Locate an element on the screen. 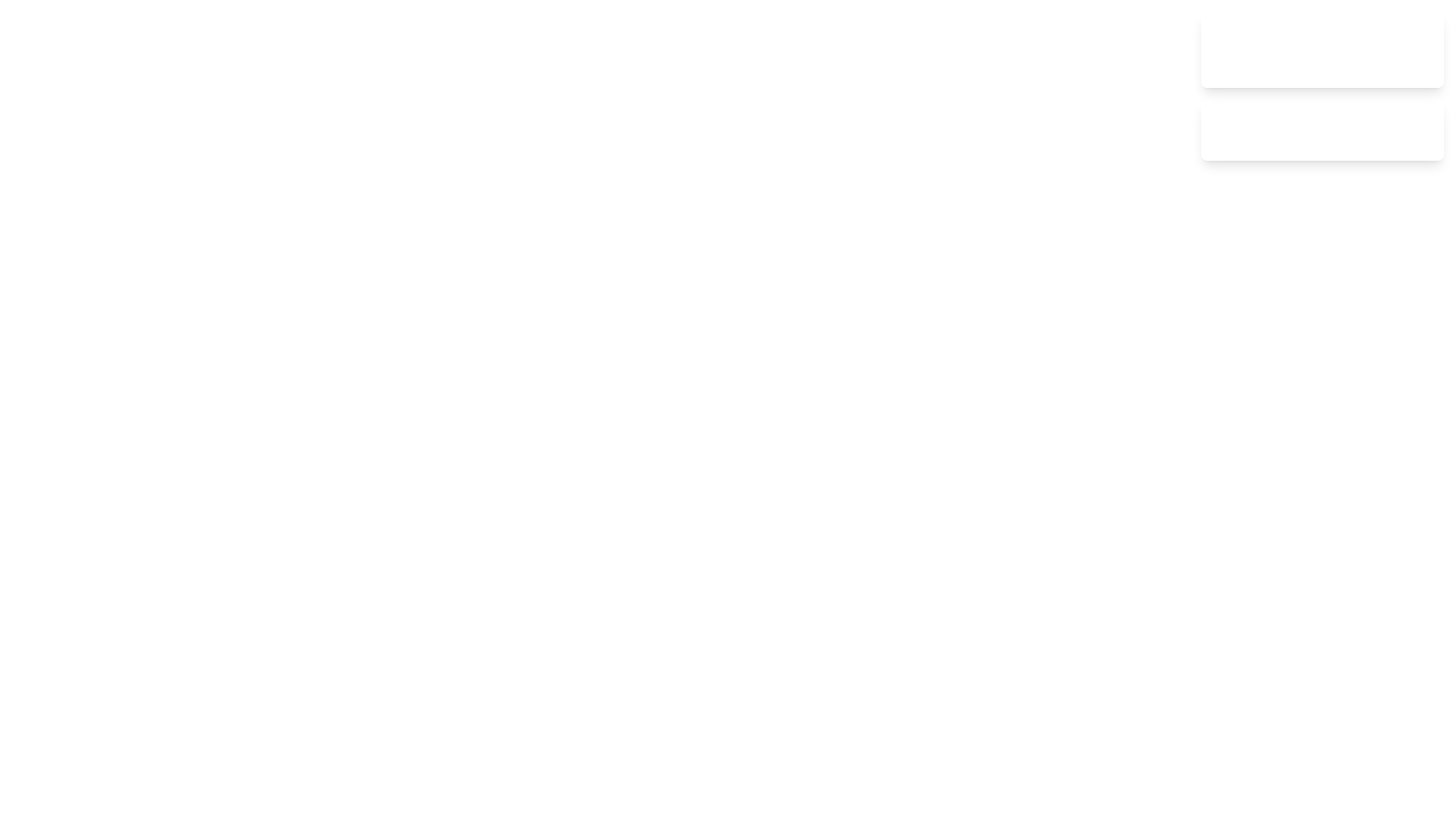 Image resolution: width=1456 pixels, height=819 pixels. the notification icon to observe its context is located at coordinates (1220, 49).